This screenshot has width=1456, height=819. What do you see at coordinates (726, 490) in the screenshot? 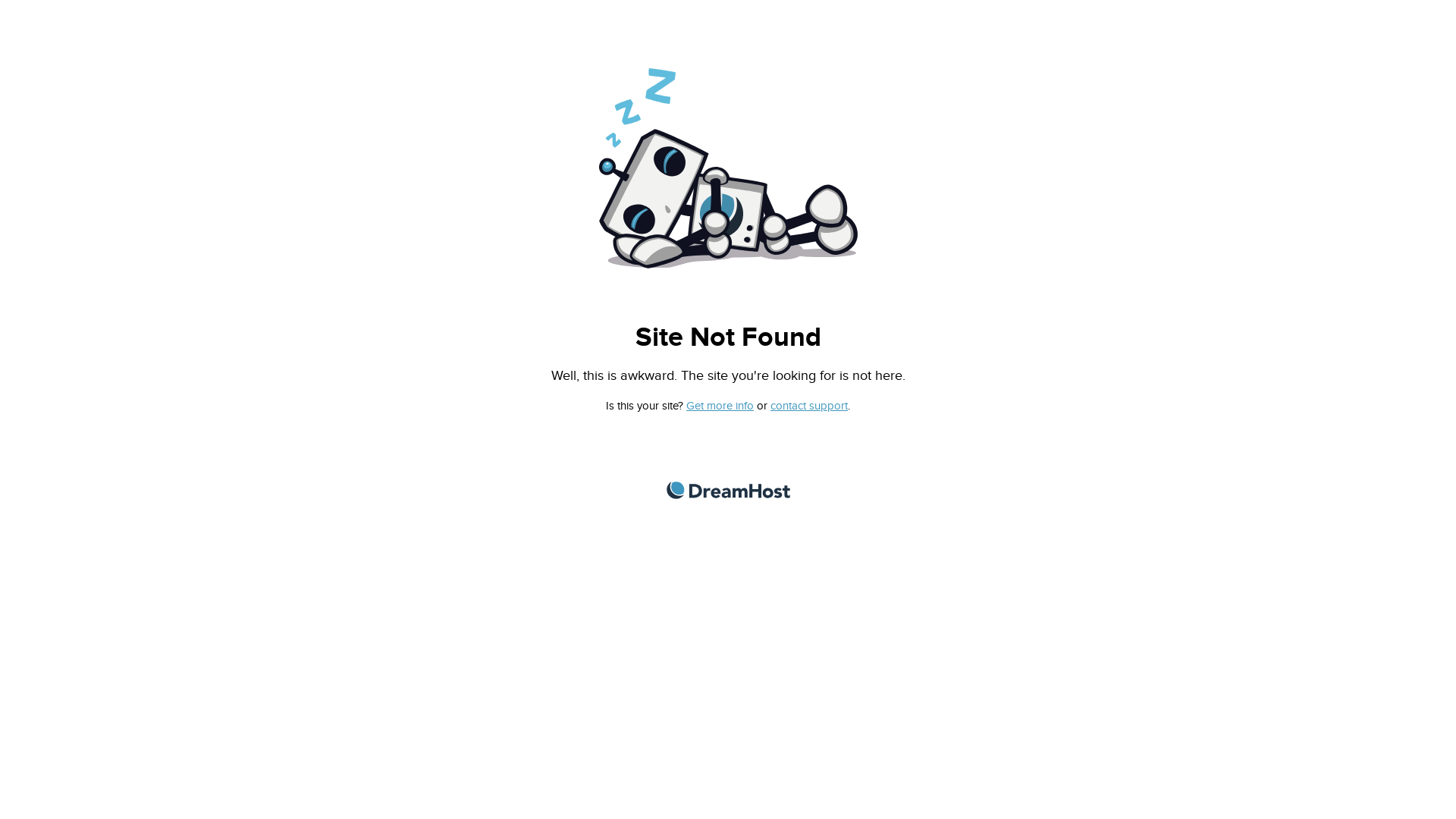
I see `'DreamHost'` at bounding box center [726, 490].